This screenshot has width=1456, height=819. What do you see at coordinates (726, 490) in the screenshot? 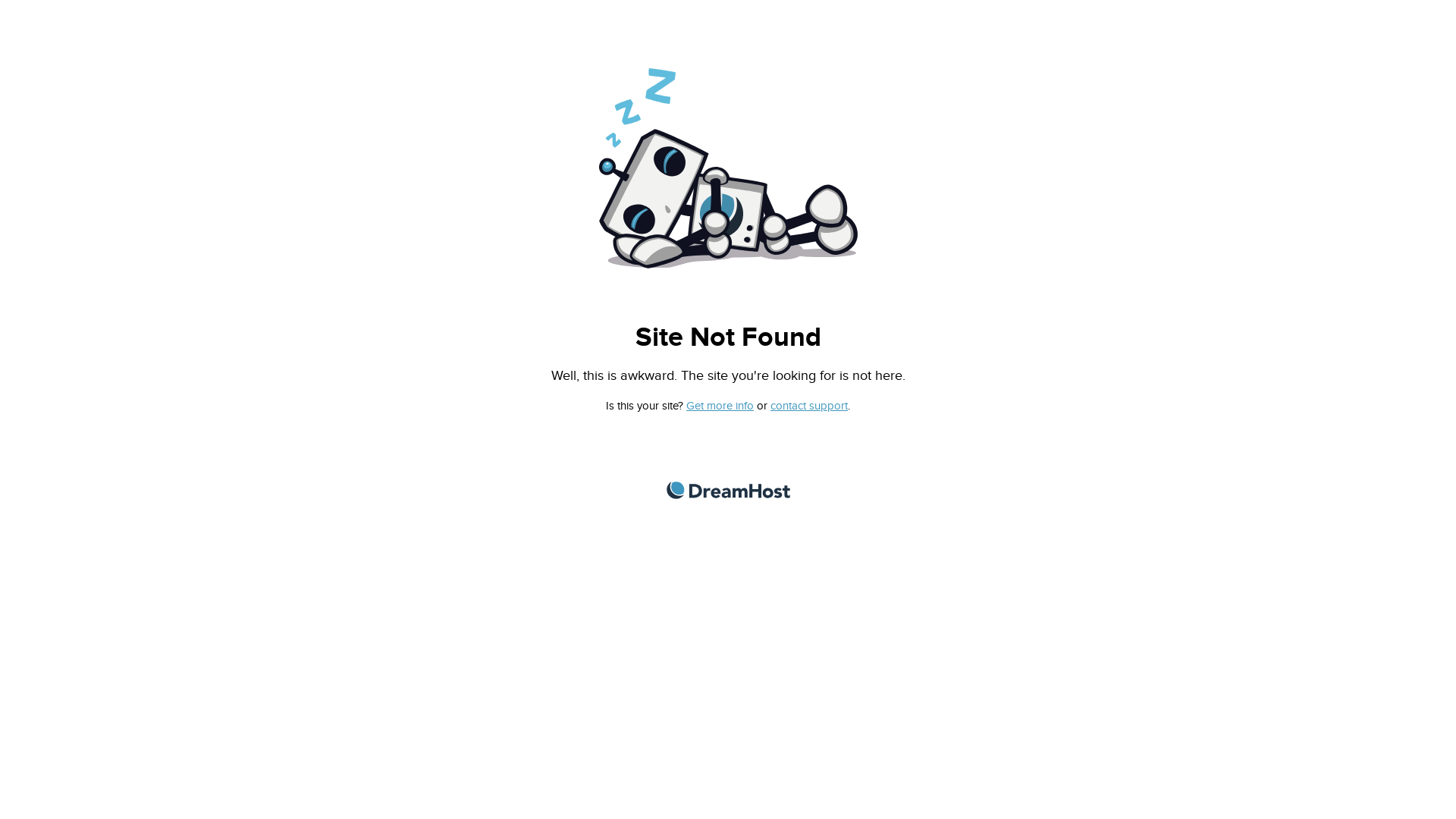
I see `'DreamHost'` at bounding box center [726, 490].